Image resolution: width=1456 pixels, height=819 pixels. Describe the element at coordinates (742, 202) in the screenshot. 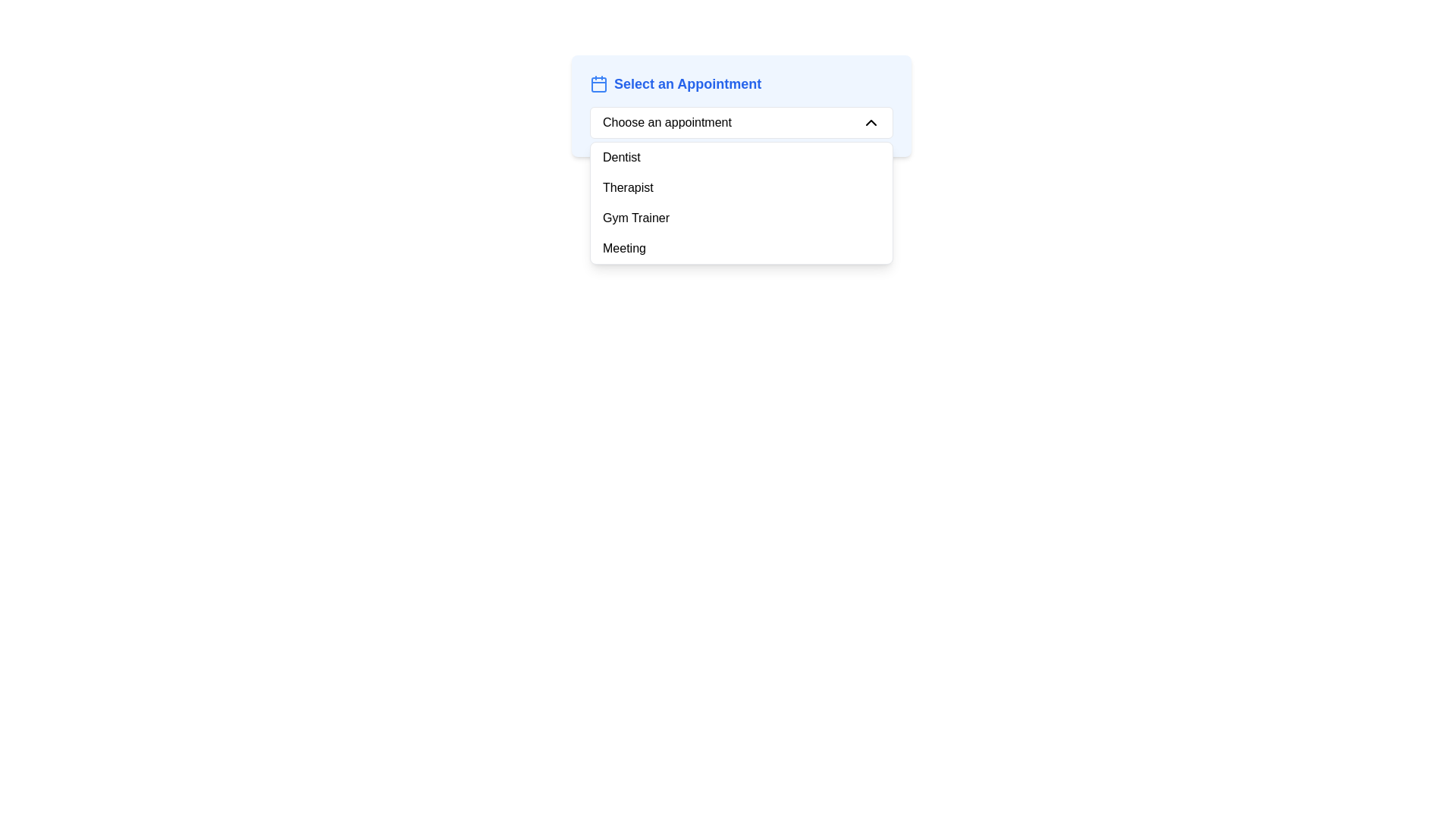

I see `the dropdown menu located directly below the 'Choose an appointment' button` at that location.